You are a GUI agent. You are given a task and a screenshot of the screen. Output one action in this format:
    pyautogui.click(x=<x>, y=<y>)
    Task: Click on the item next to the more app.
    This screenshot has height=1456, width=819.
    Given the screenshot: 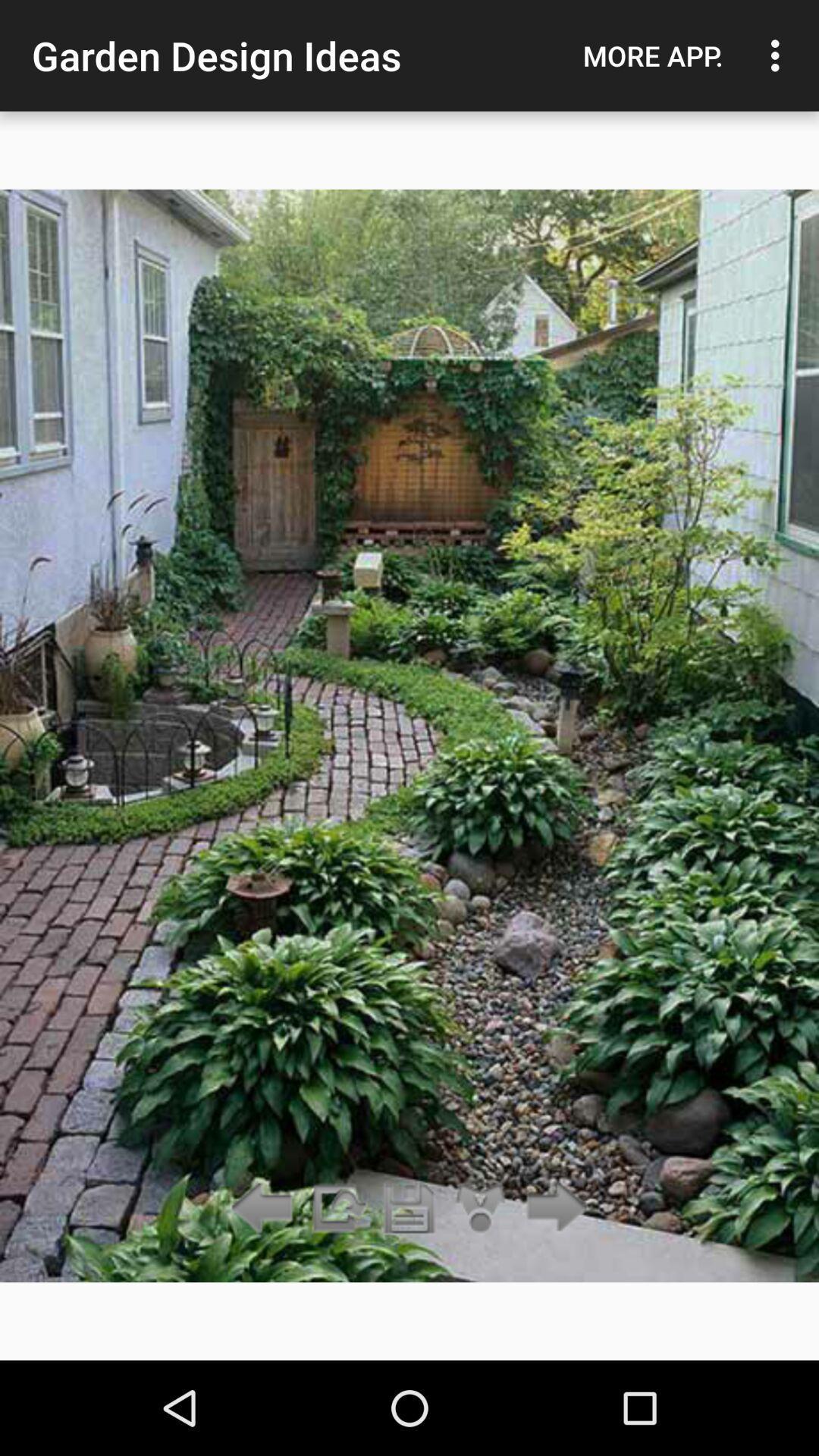 What is the action you would take?
    pyautogui.click(x=779, y=55)
    